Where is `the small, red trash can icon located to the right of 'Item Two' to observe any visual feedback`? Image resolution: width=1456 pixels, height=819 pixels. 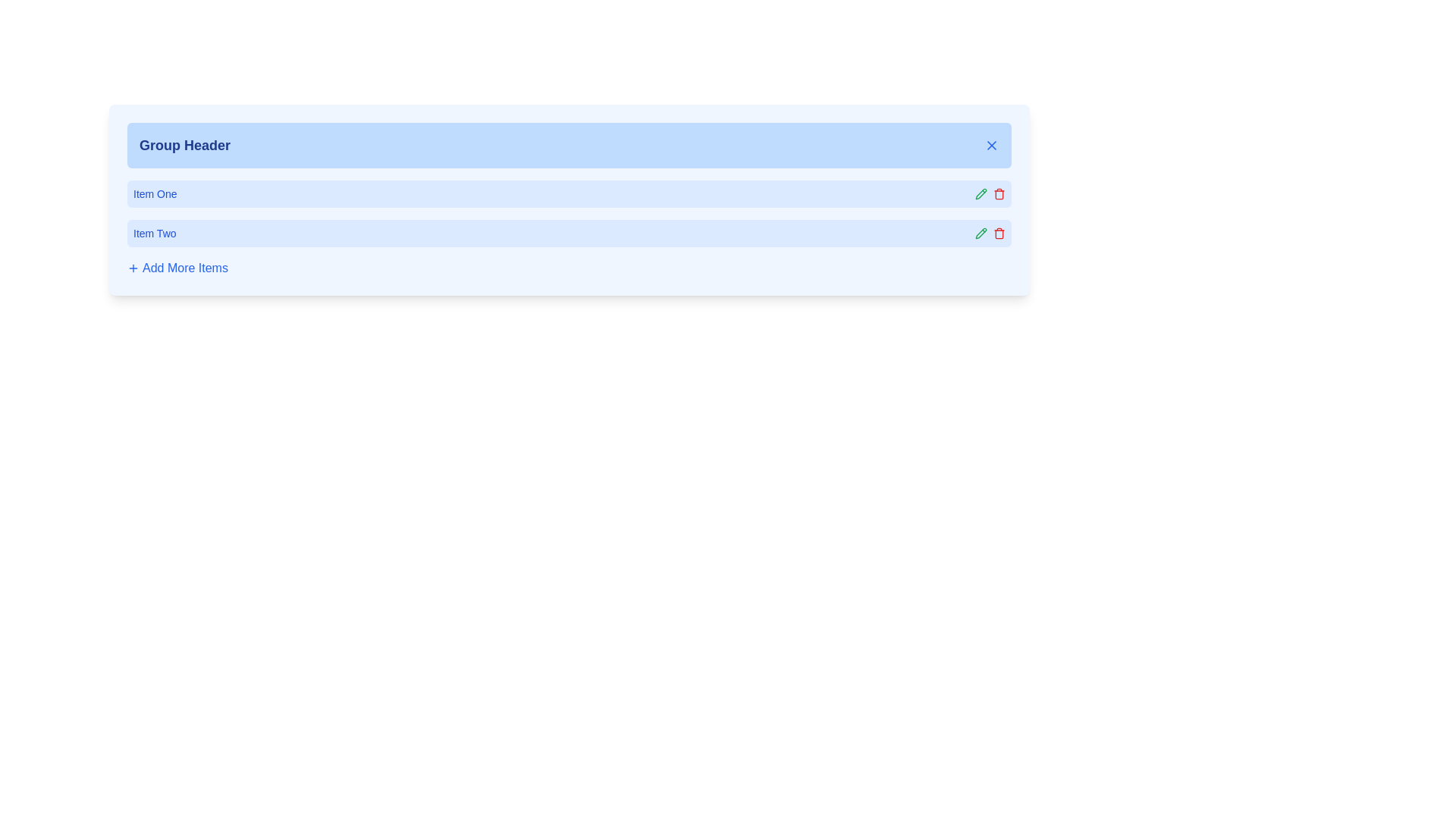
the small, red trash can icon located to the right of 'Item Two' to observe any visual feedback is located at coordinates (999, 234).